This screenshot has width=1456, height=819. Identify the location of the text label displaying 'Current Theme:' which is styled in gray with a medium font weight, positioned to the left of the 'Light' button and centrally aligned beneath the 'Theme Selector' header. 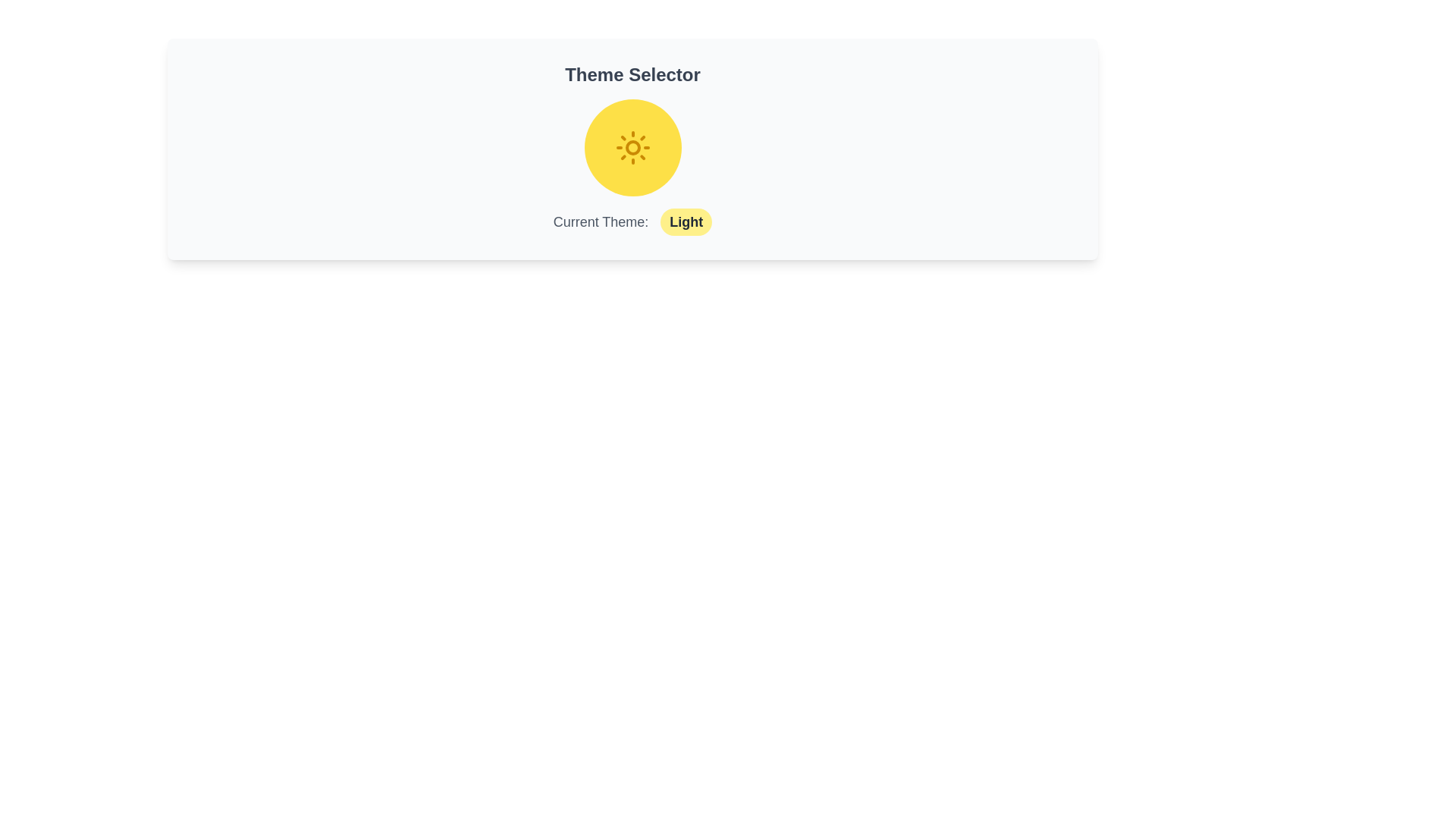
(600, 222).